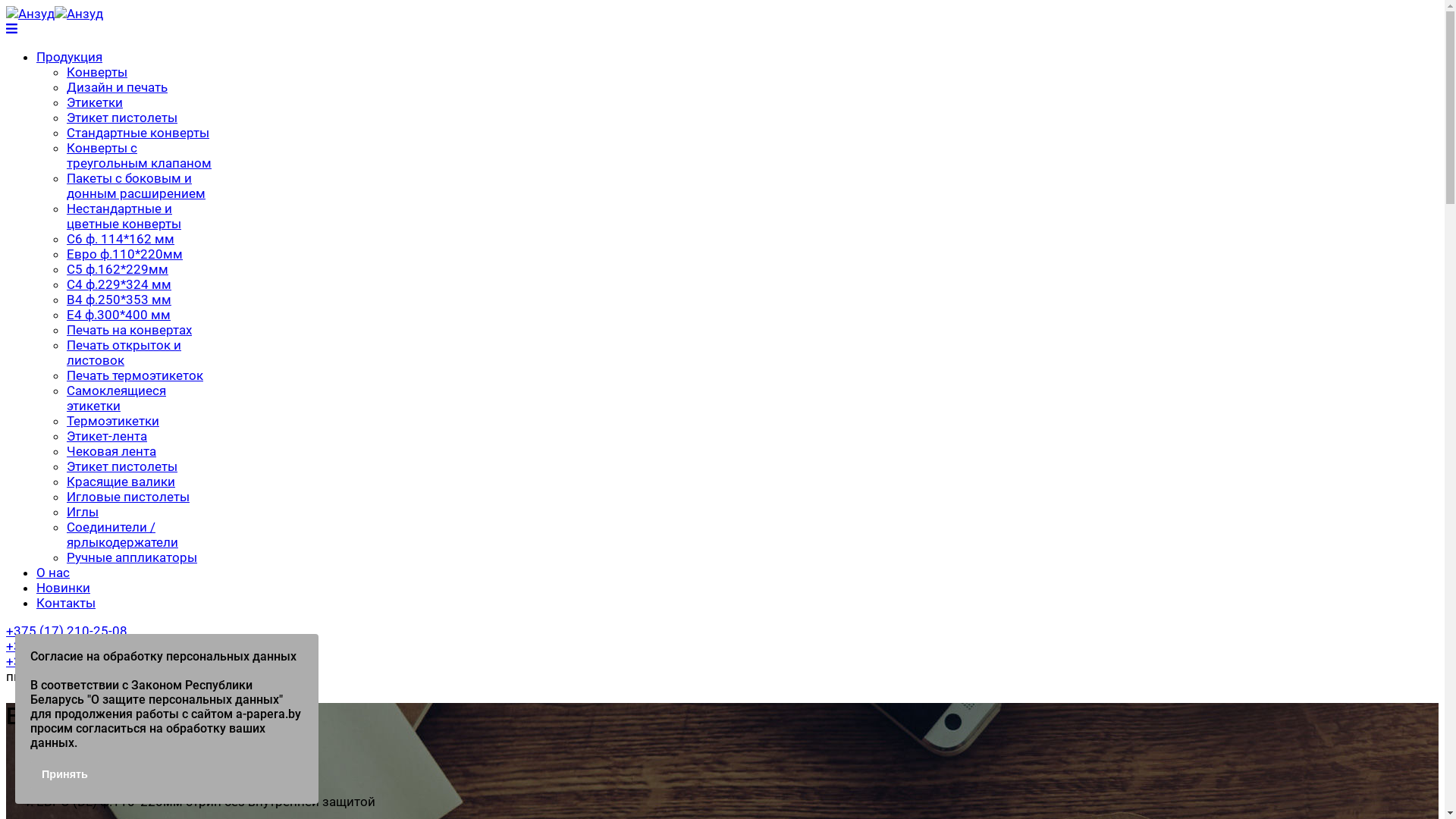  What do you see at coordinates (65, 646) in the screenshot?
I see `'+375 (29) 375-55-08'` at bounding box center [65, 646].